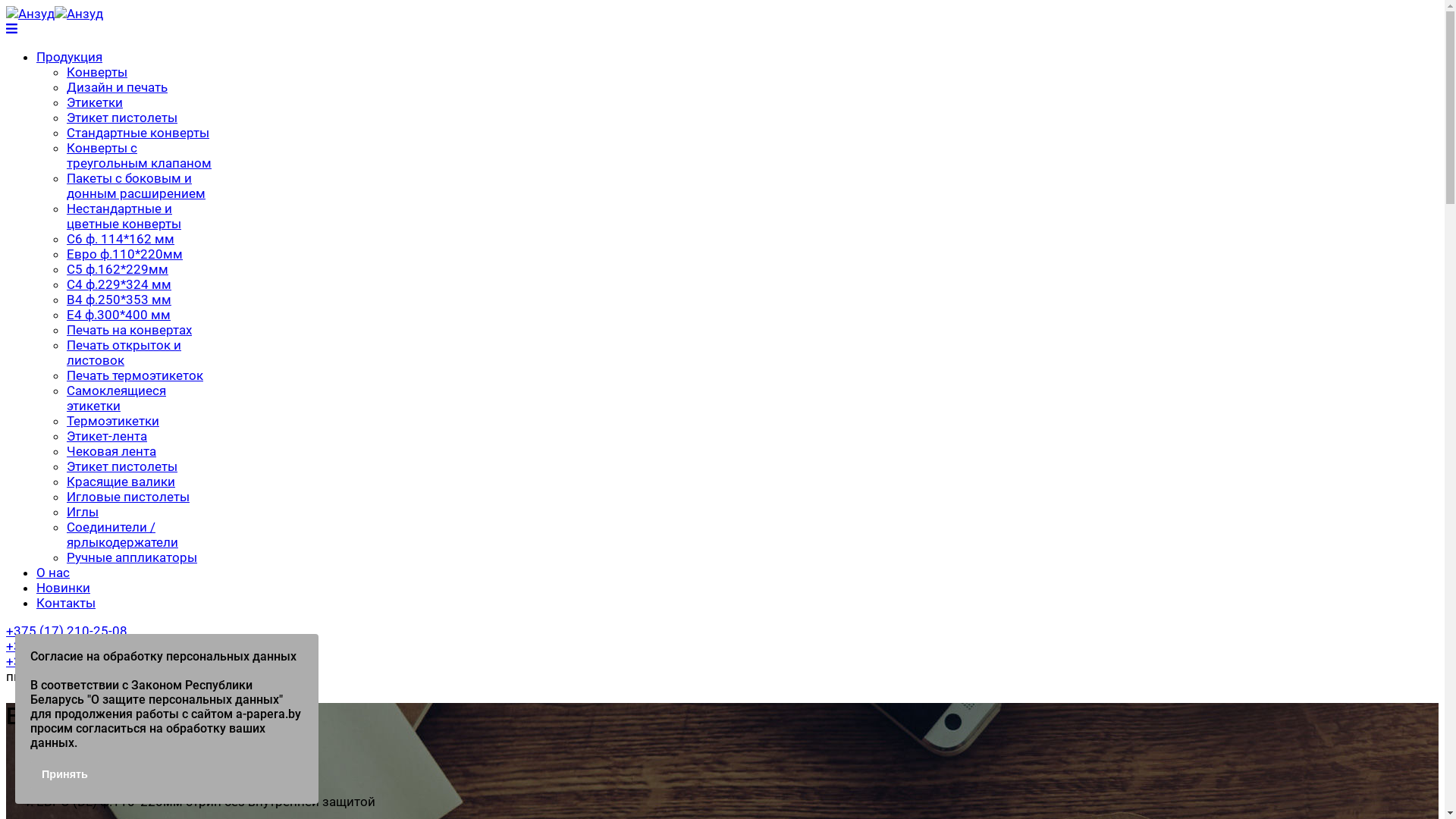  What do you see at coordinates (65, 646) in the screenshot?
I see `'+375 (29) 375-55-08'` at bounding box center [65, 646].